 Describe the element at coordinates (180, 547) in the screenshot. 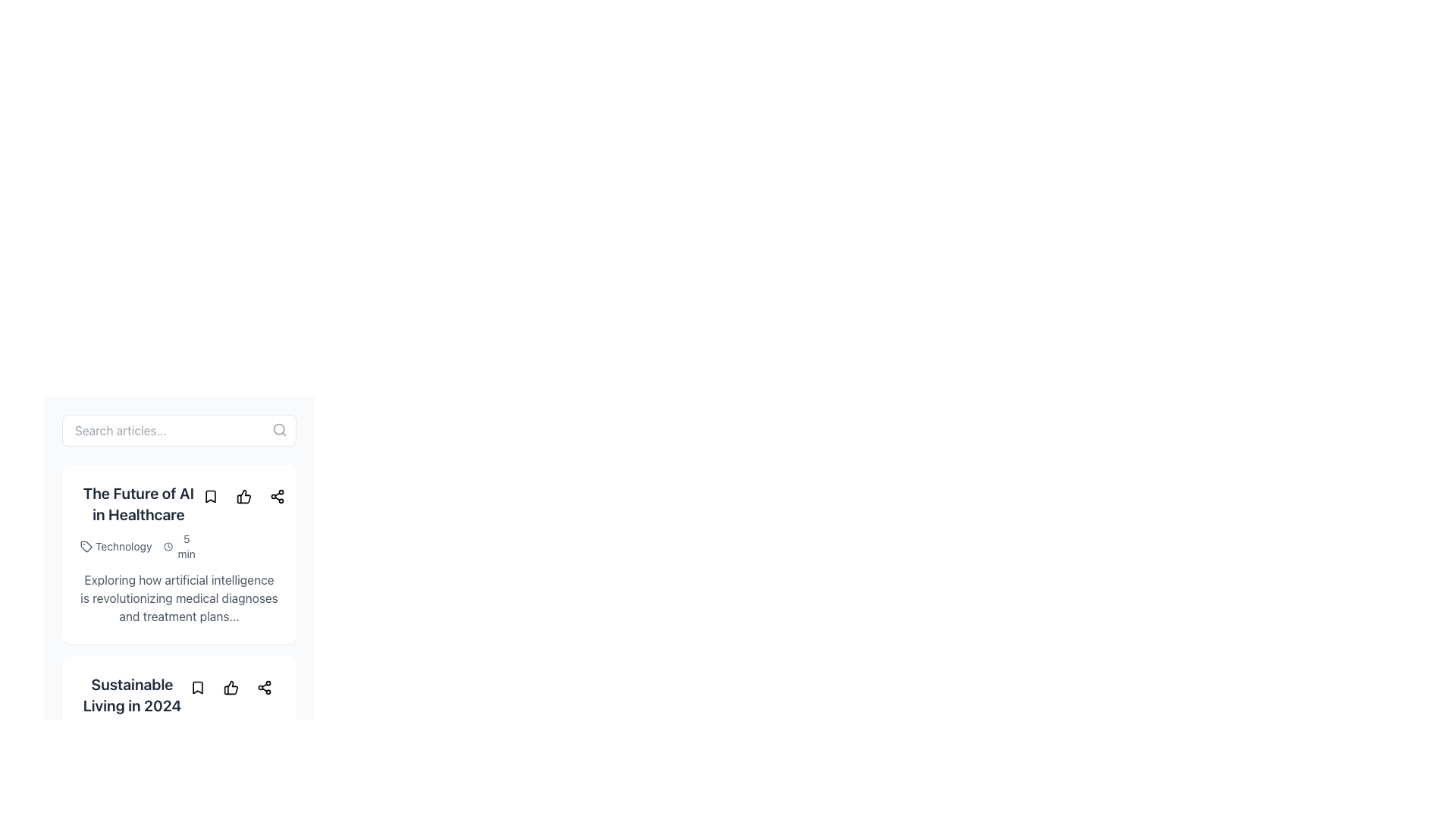

I see `the Label with icon displaying '5 min' next to a clock icon, positioned to the right of the 'Technology' label in the metadata section of the article` at that location.